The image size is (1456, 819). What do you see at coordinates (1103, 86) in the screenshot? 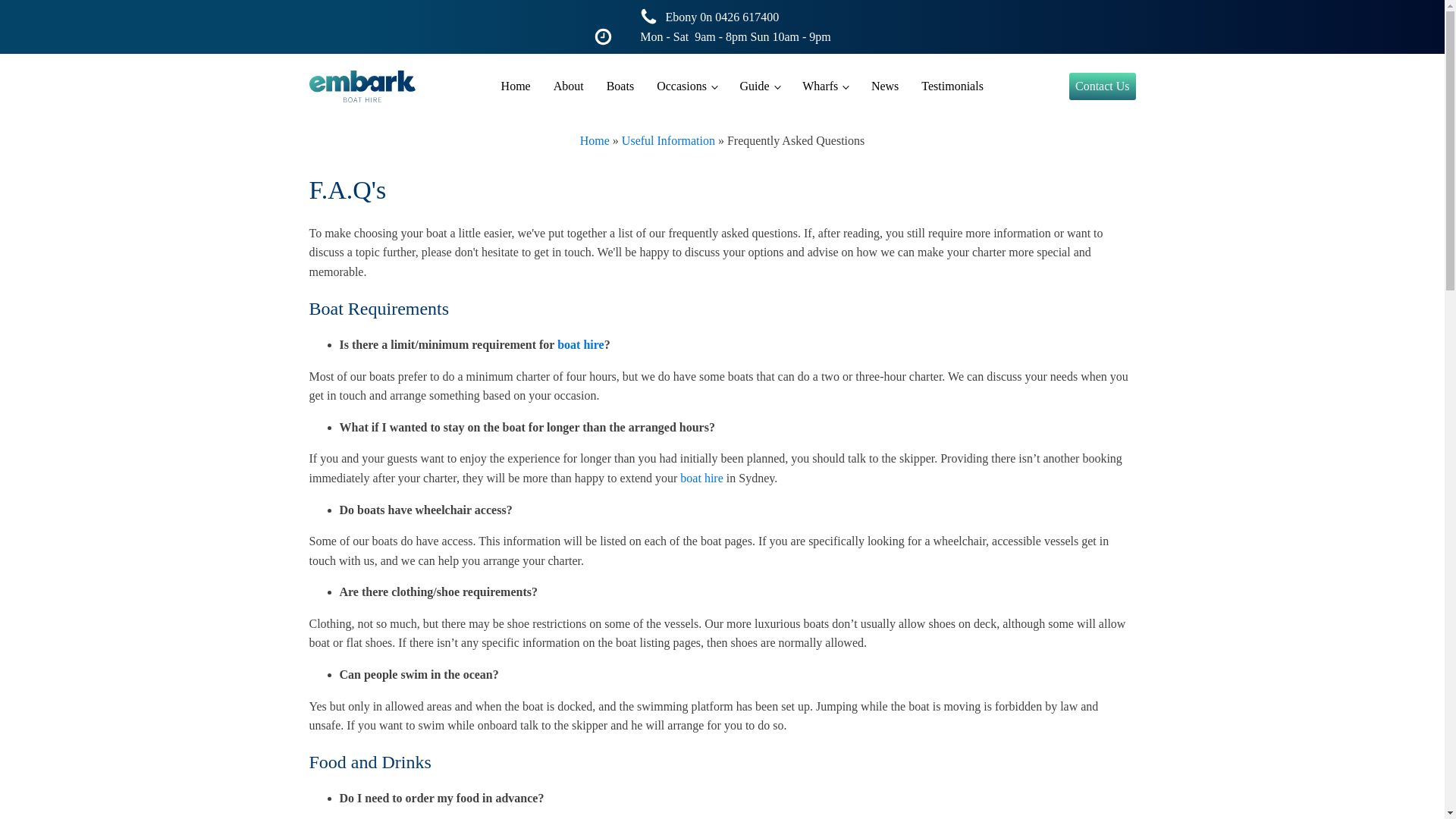
I see `'Contact Us'` at bounding box center [1103, 86].